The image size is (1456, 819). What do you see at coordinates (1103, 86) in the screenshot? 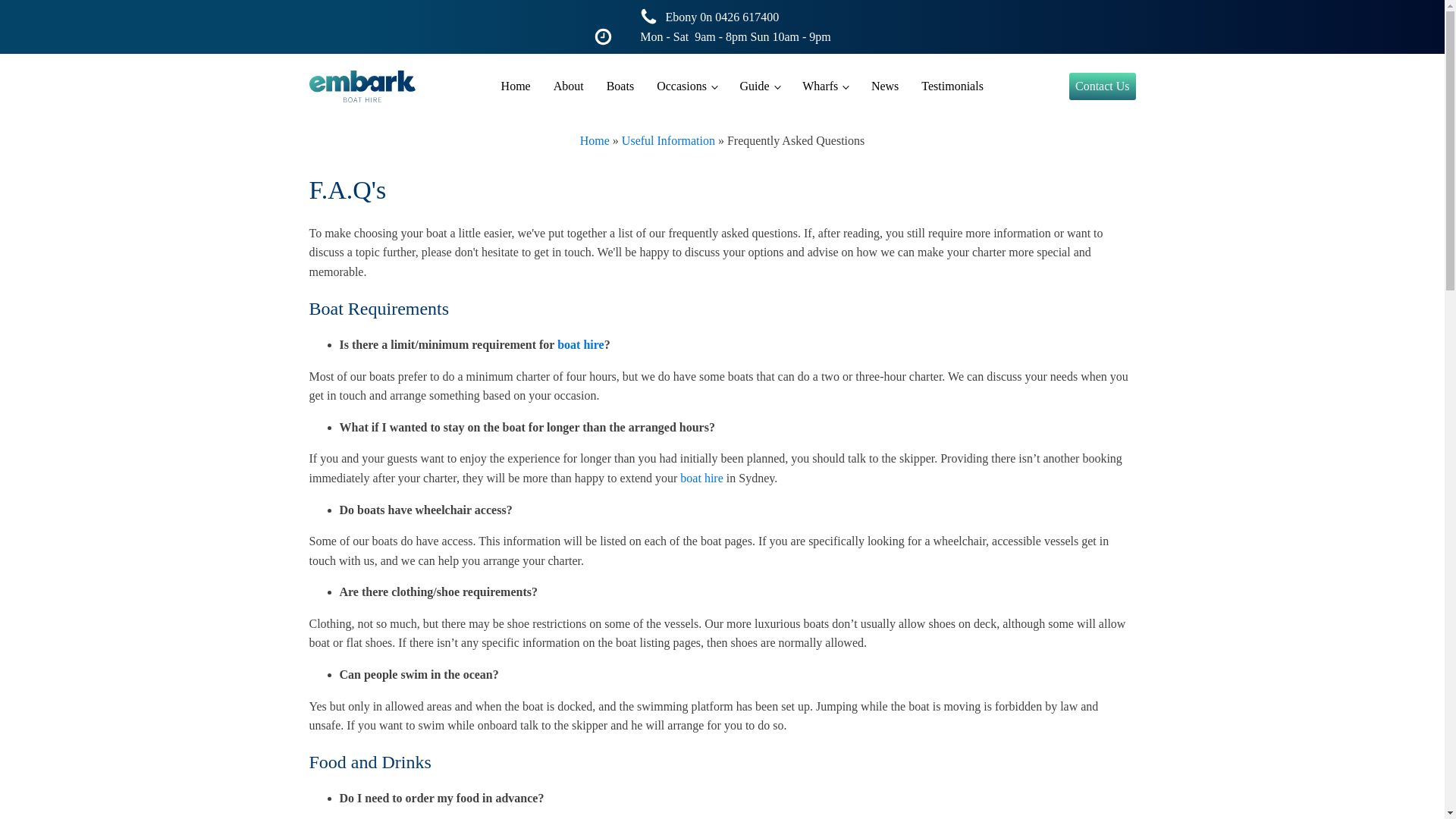
I see `'Contact Us'` at bounding box center [1103, 86].